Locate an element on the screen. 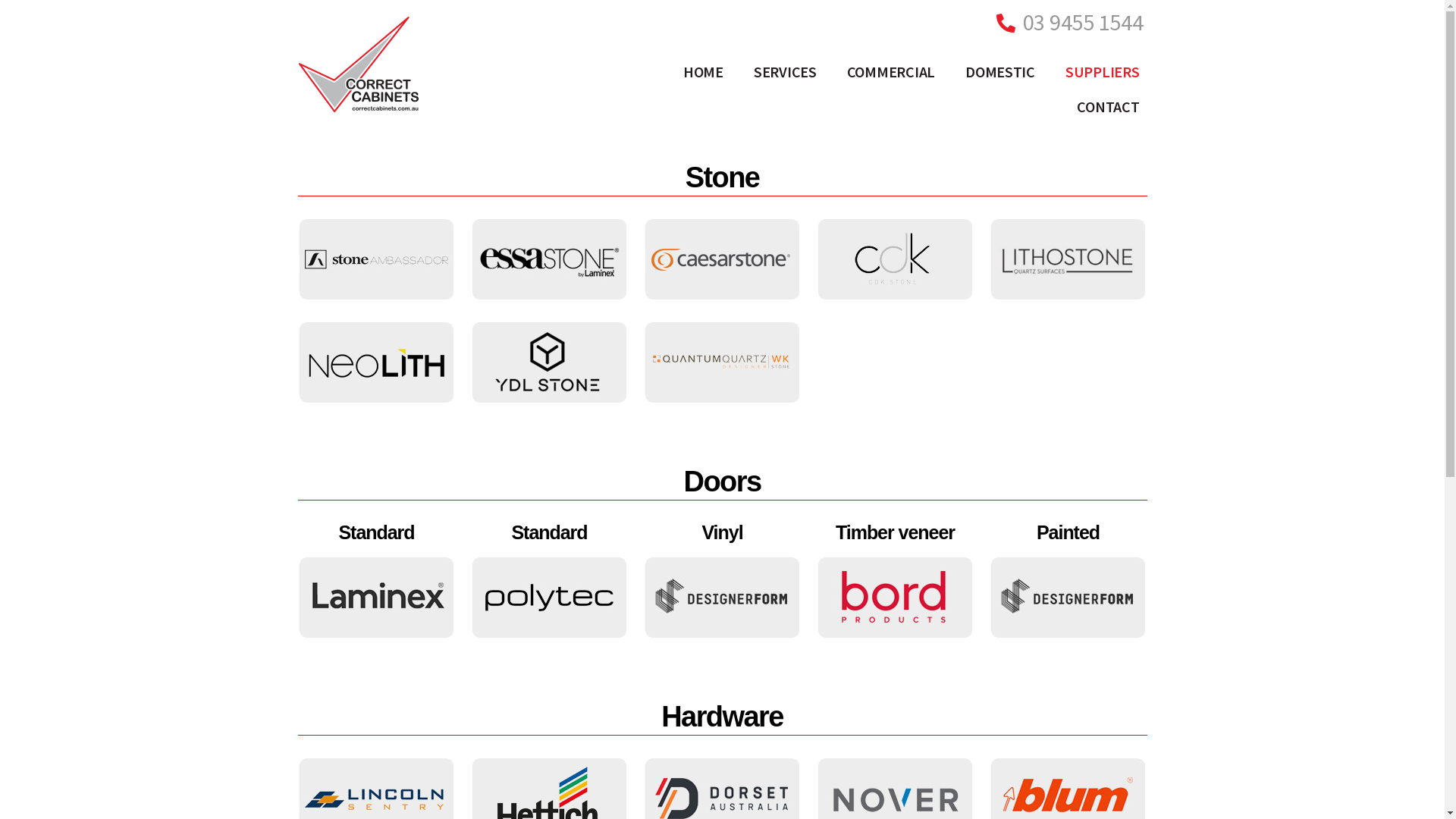 This screenshot has width=1456, height=819. 'SERVICES' is located at coordinates (785, 72).